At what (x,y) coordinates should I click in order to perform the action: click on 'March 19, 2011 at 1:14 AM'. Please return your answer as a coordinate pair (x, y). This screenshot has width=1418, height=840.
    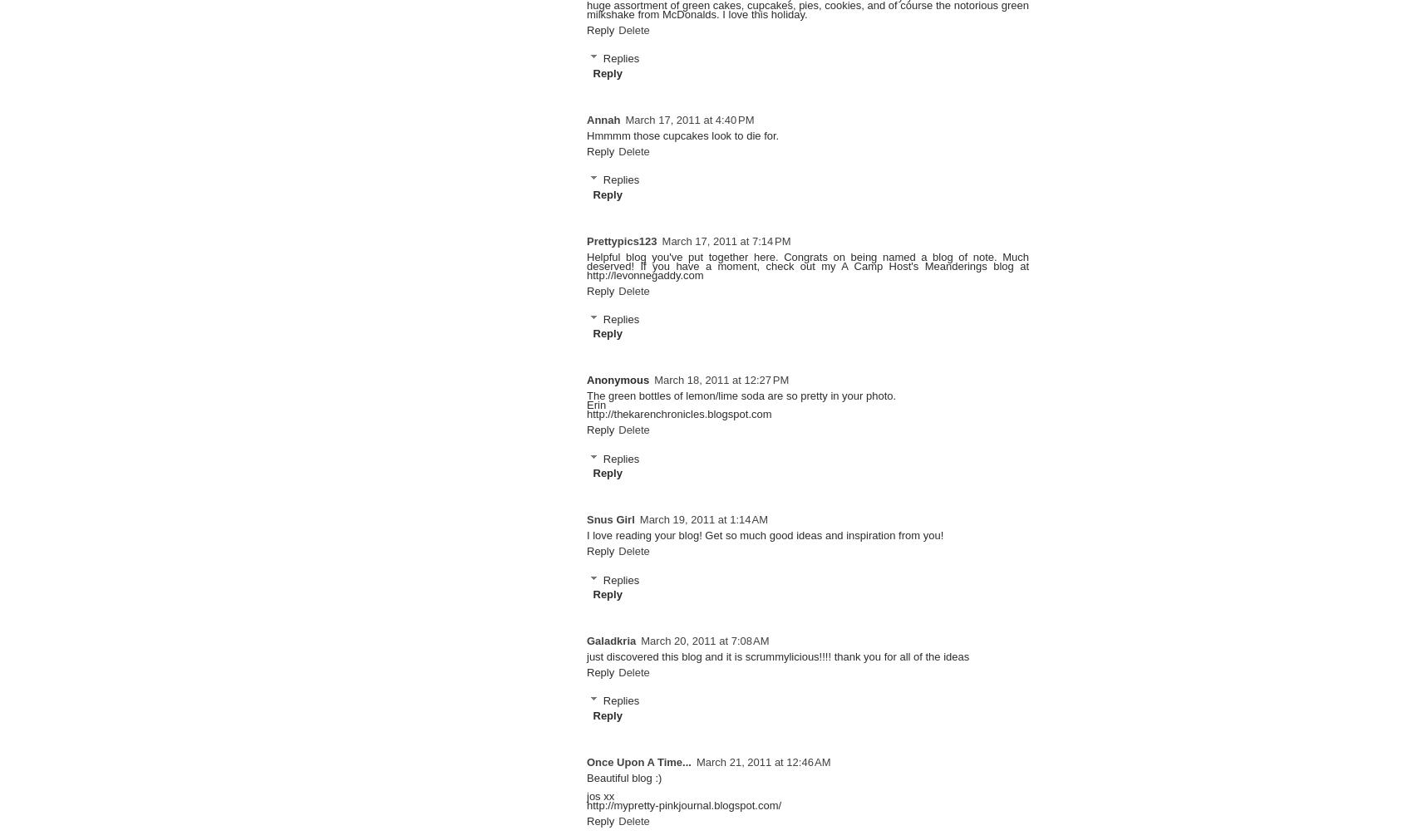
    Looking at the image, I should click on (702, 519).